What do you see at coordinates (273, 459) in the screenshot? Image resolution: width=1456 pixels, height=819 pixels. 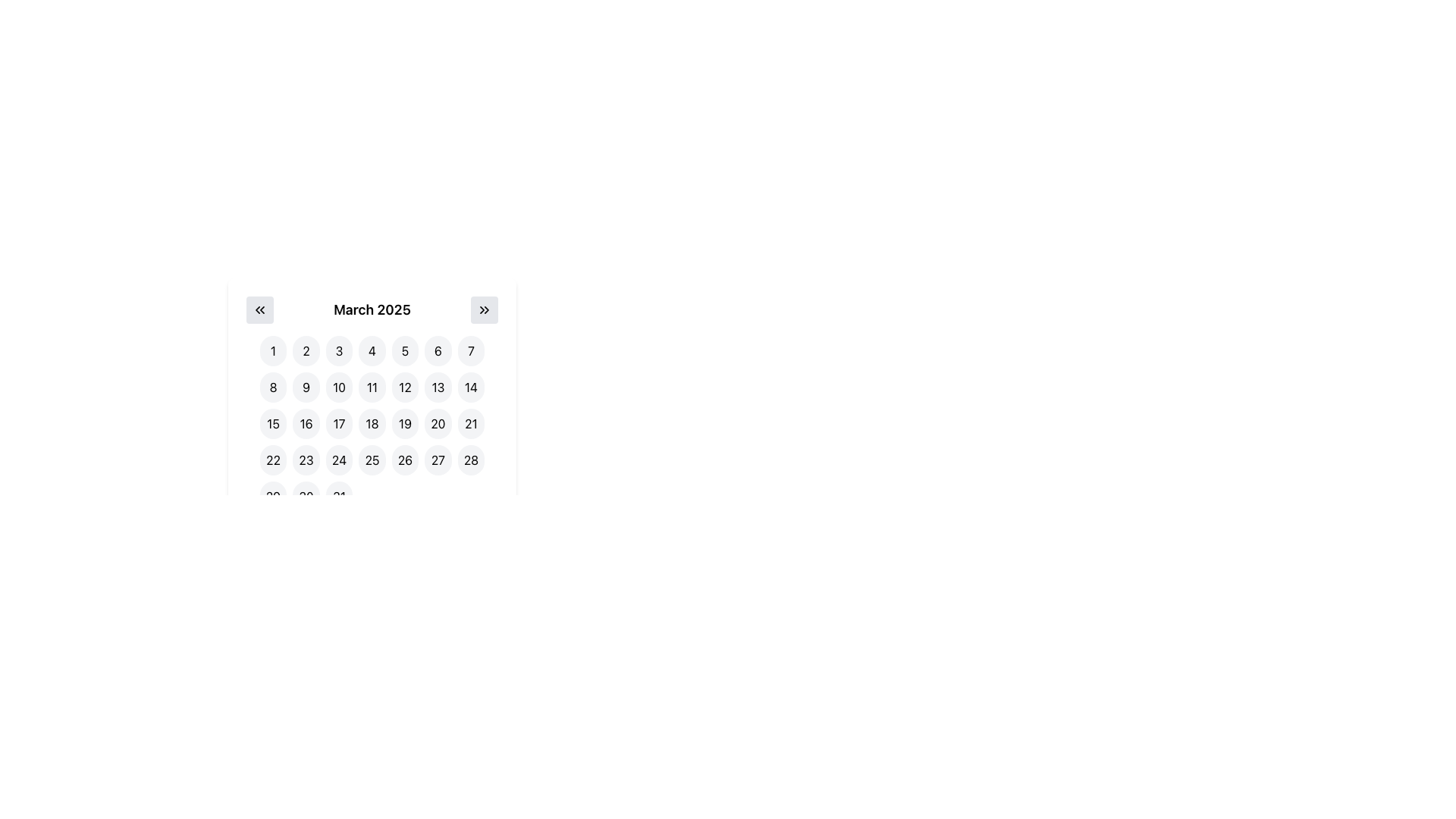 I see `the button representing the 22nd day of the month in the calendar` at bounding box center [273, 459].